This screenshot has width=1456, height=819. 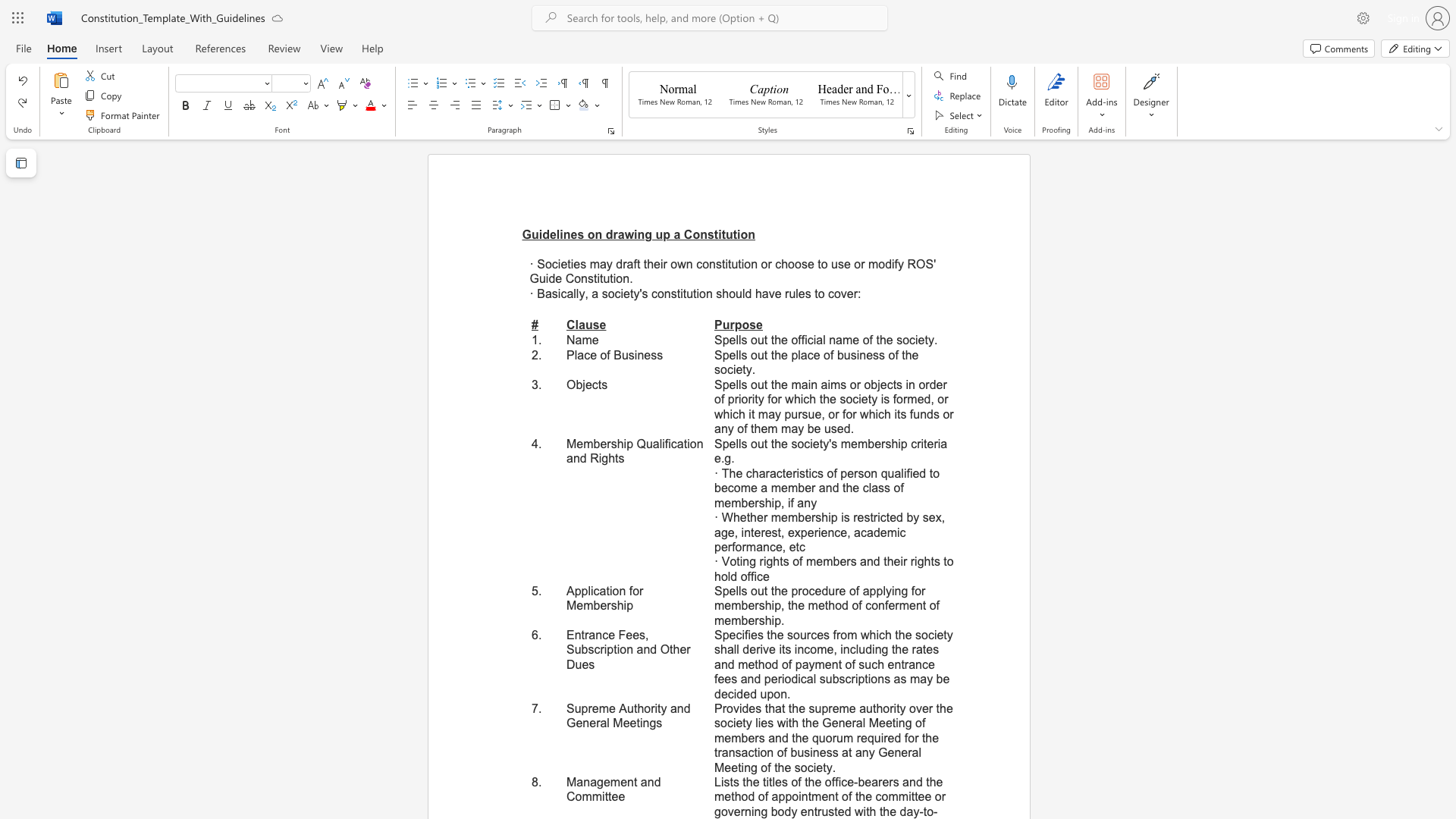 What do you see at coordinates (767, 263) in the screenshot?
I see `the subset text "r choose to use or modify ROS" within the text "· Societies may draft their own constitution or choose to use or modify ROS"` at bounding box center [767, 263].